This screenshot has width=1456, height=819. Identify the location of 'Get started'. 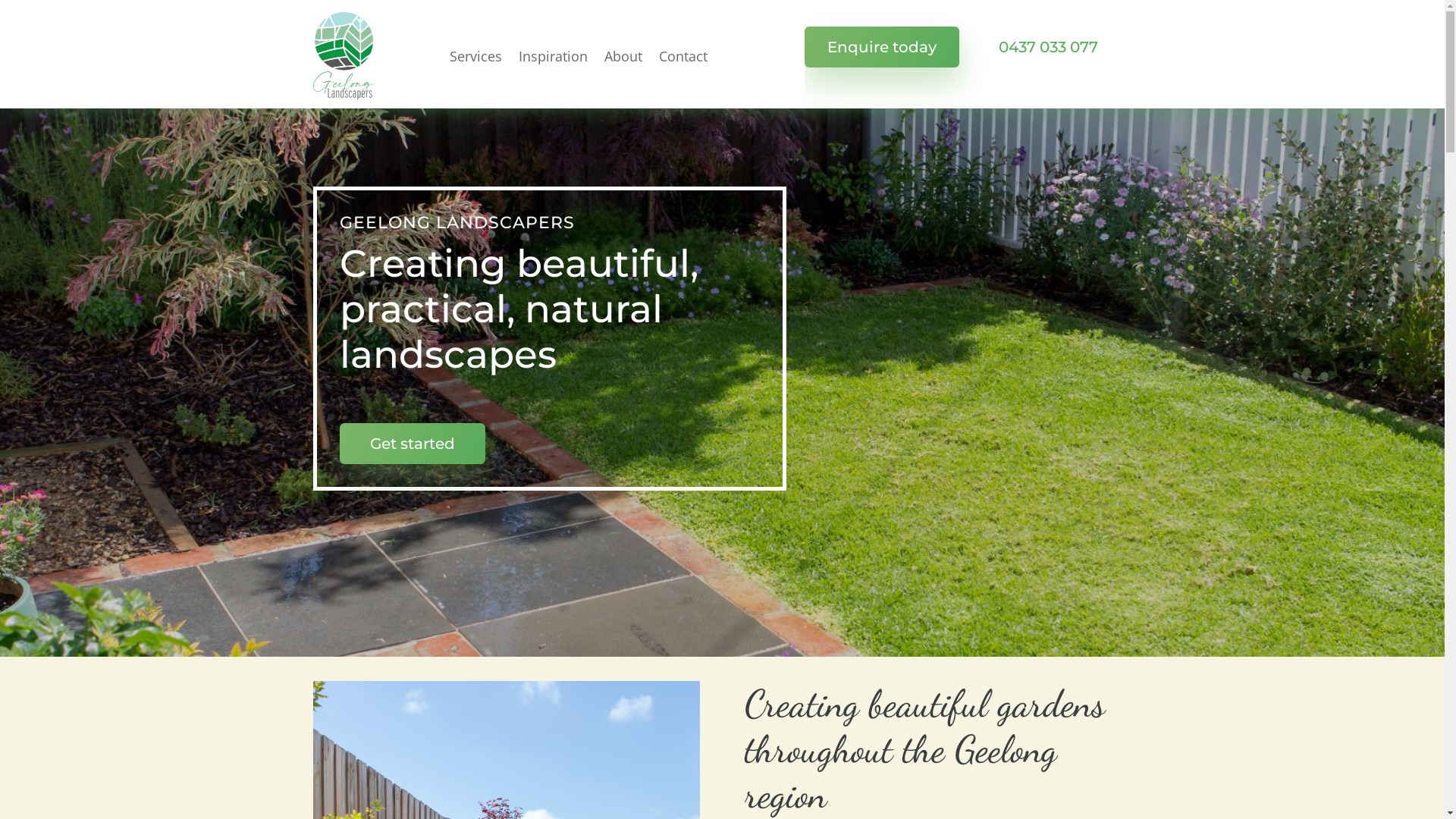
(412, 444).